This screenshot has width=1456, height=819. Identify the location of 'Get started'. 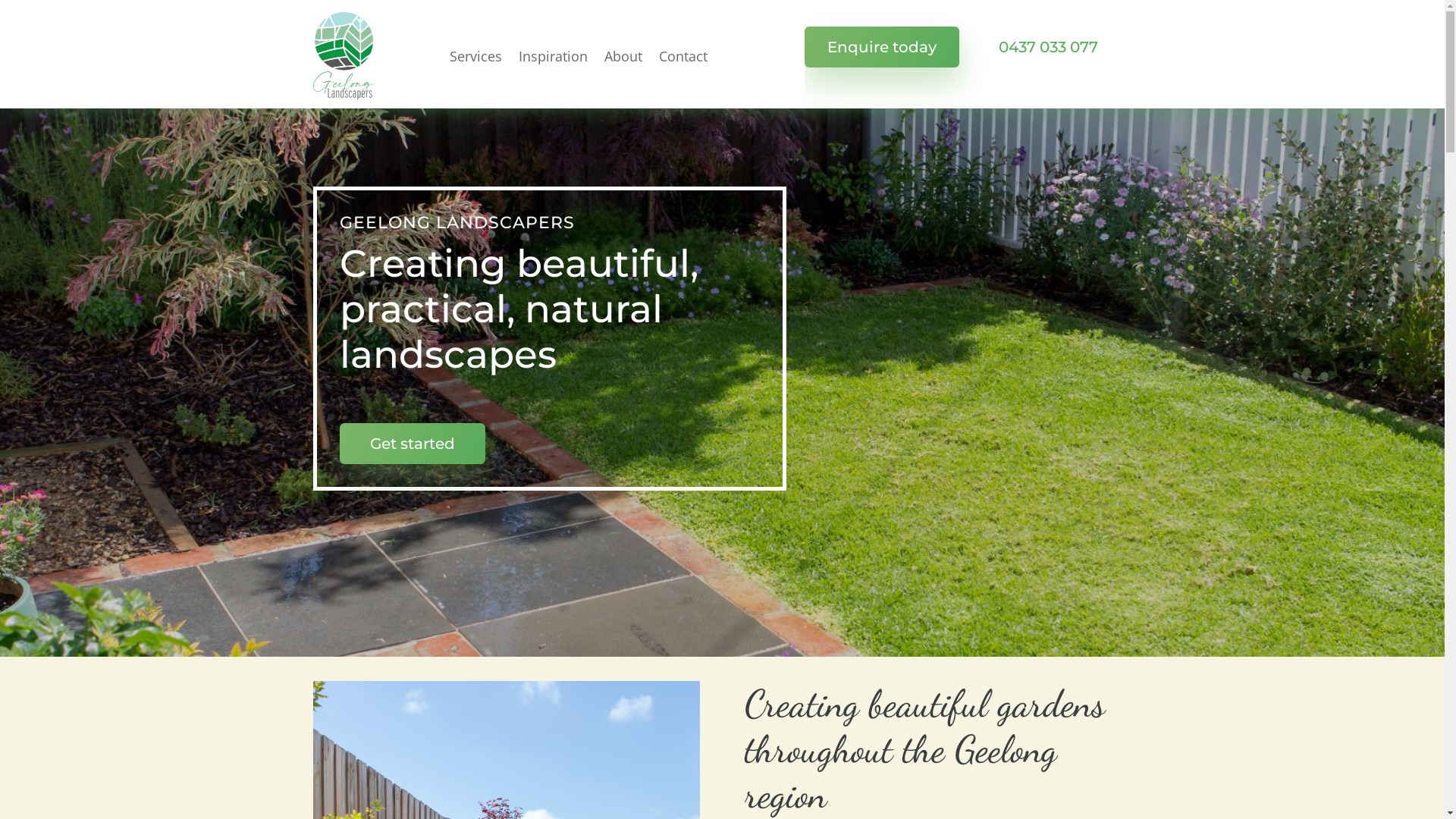
(412, 444).